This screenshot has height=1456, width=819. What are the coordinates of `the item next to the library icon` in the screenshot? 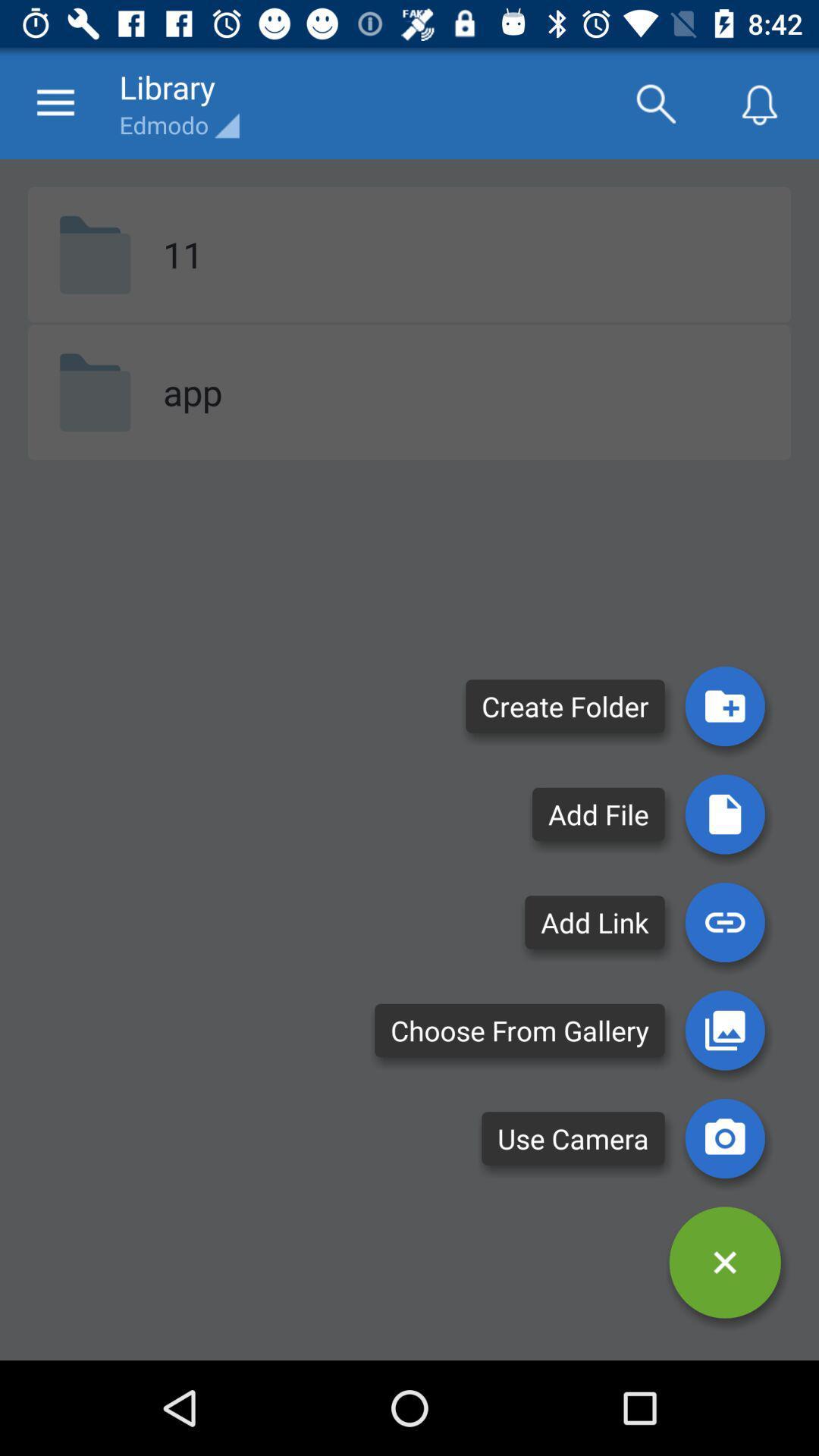 It's located at (55, 102).